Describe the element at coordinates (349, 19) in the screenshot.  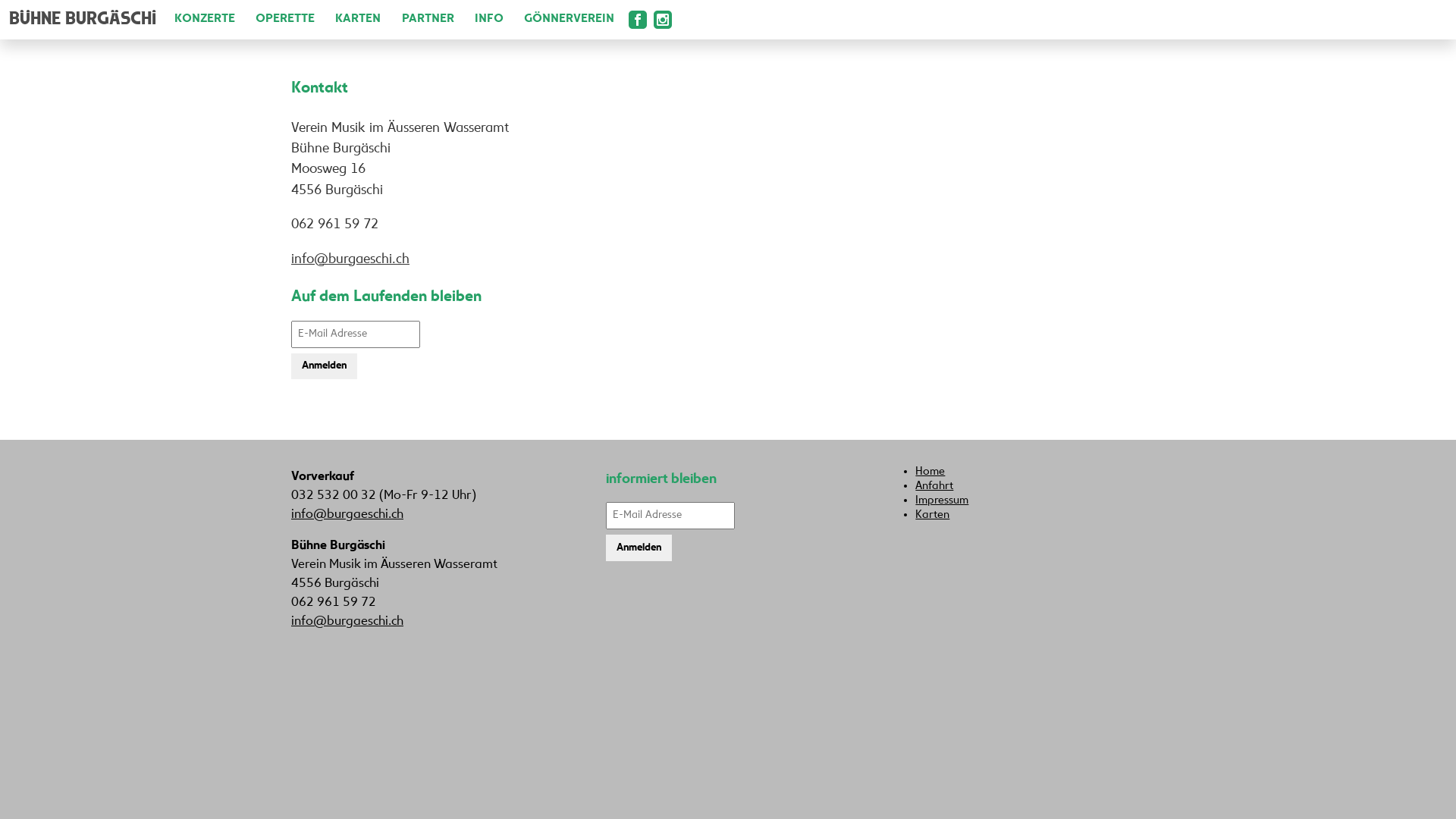
I see `'KARTEN'` at that location.